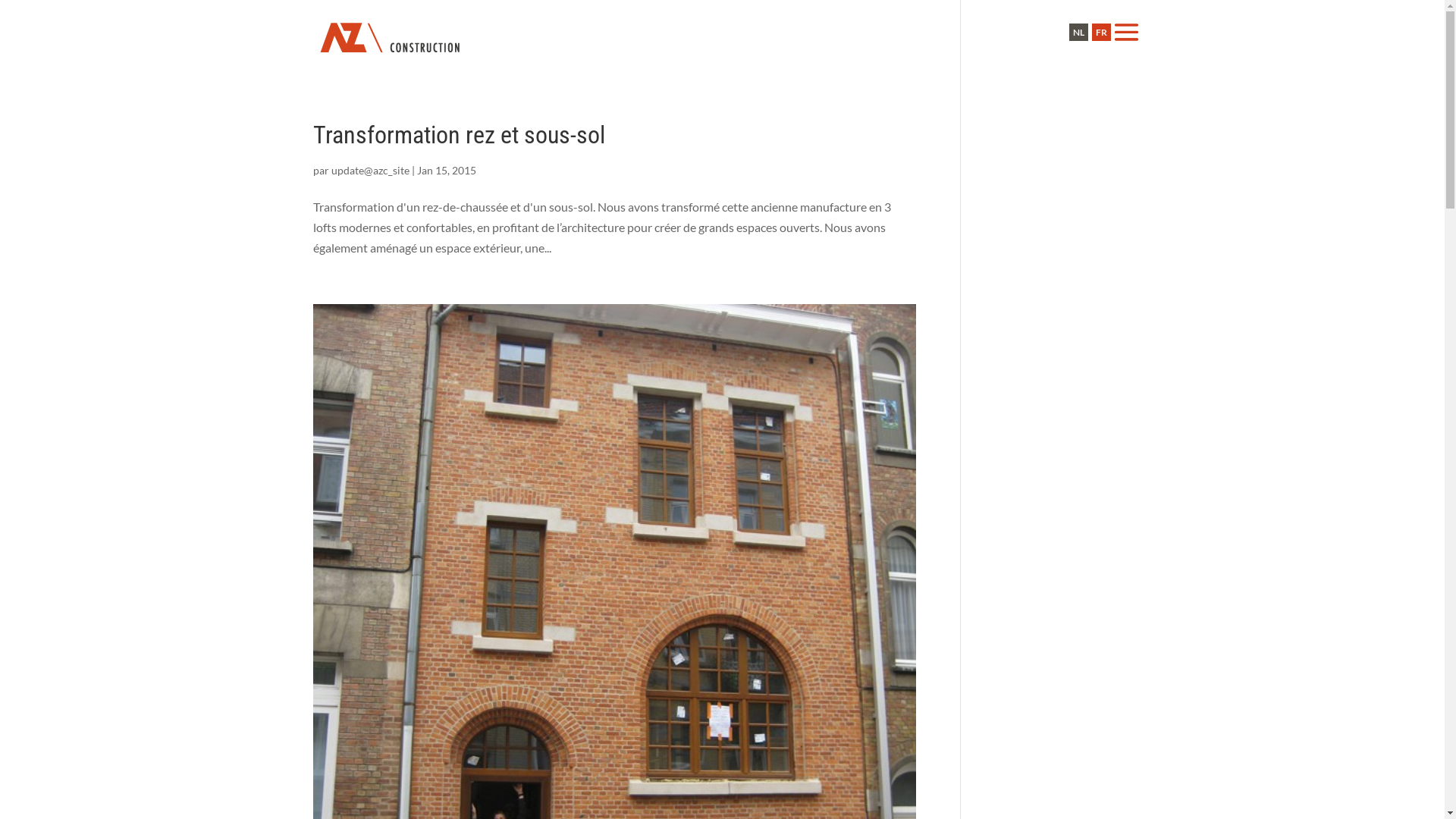 The image size is (1456, 819). Describe the element at coordinates (457, 133) in the screenshot. I see `'Transformation rez et sous-sol'` at that location.